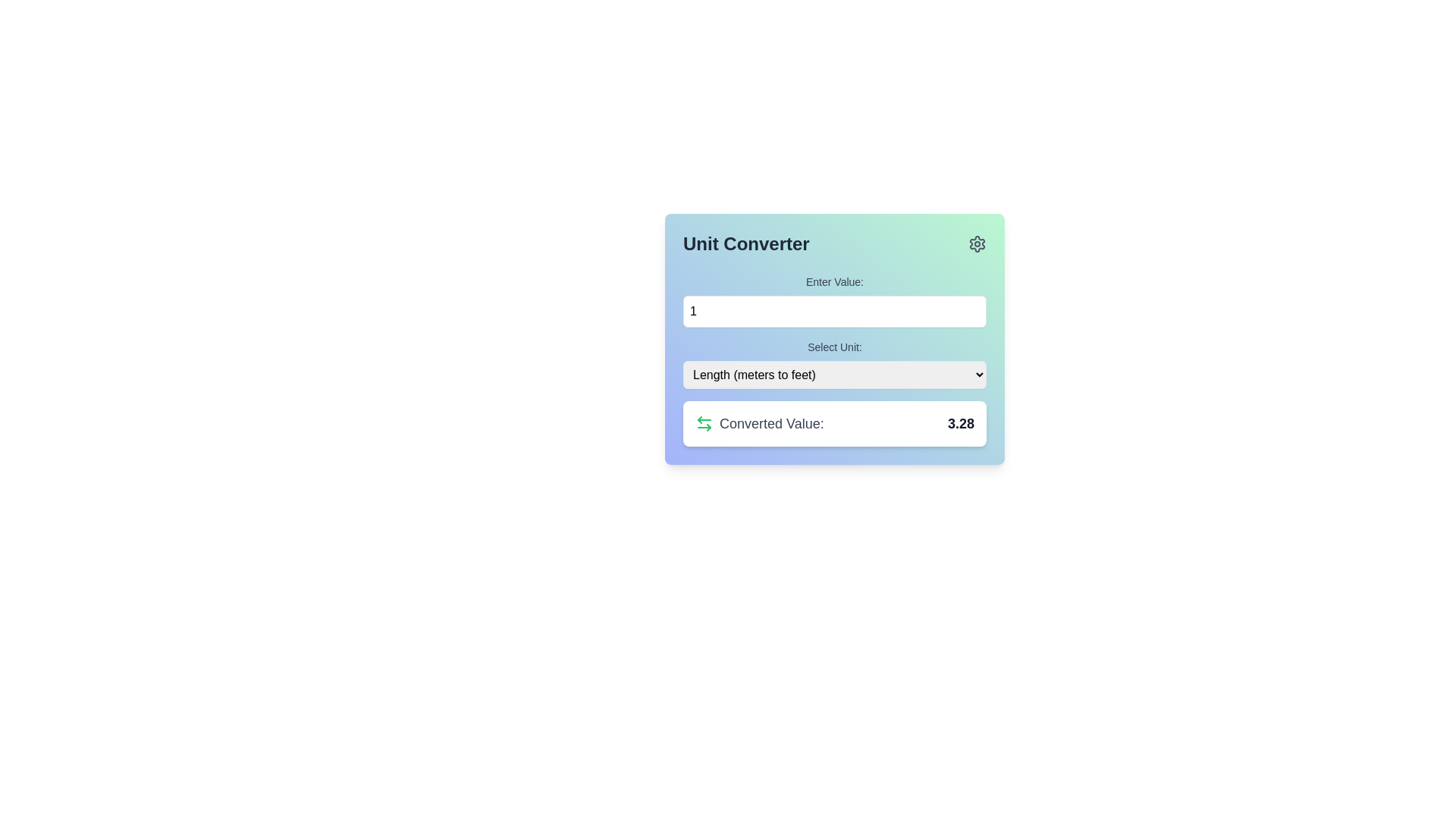 The image size is (1456, 819). Describe the element at coordinates (833, 281) in the screenshot. I see `the text label that serves as a description for the input field in the unit conversion interface, positioned at the top section above the number input field` at that location.